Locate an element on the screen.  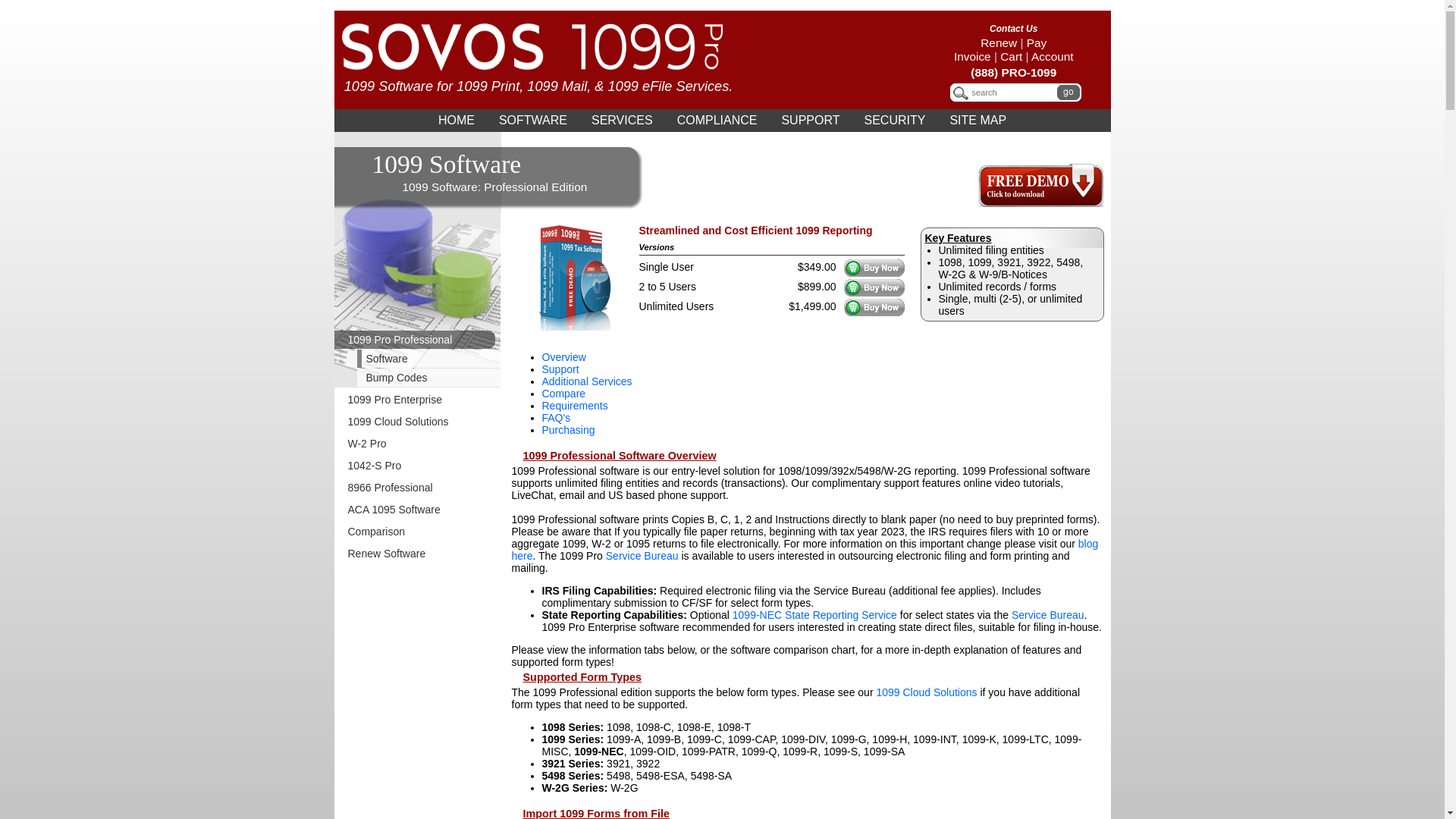
'ACA 1095 Software' is located at coordinates (333, 509).